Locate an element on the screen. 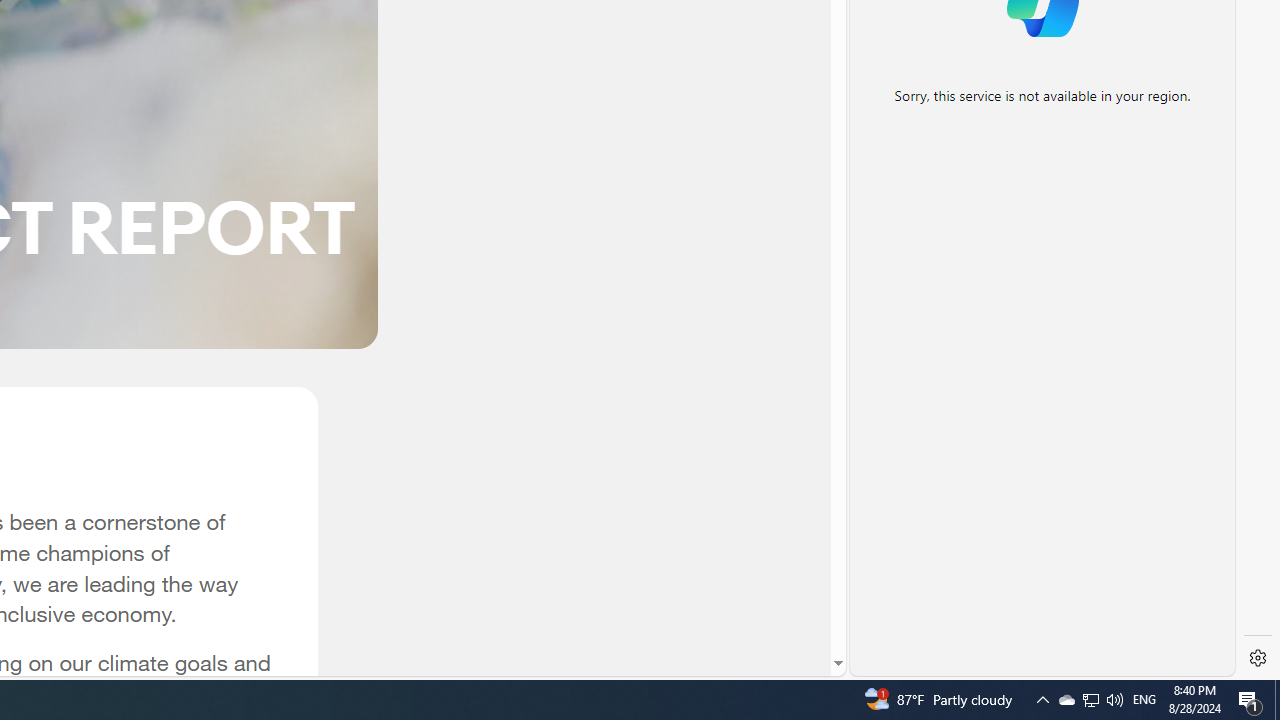 The width and height of the screenshot is (1280, 720). 'Settings' is located at coordinates (1257, 658).